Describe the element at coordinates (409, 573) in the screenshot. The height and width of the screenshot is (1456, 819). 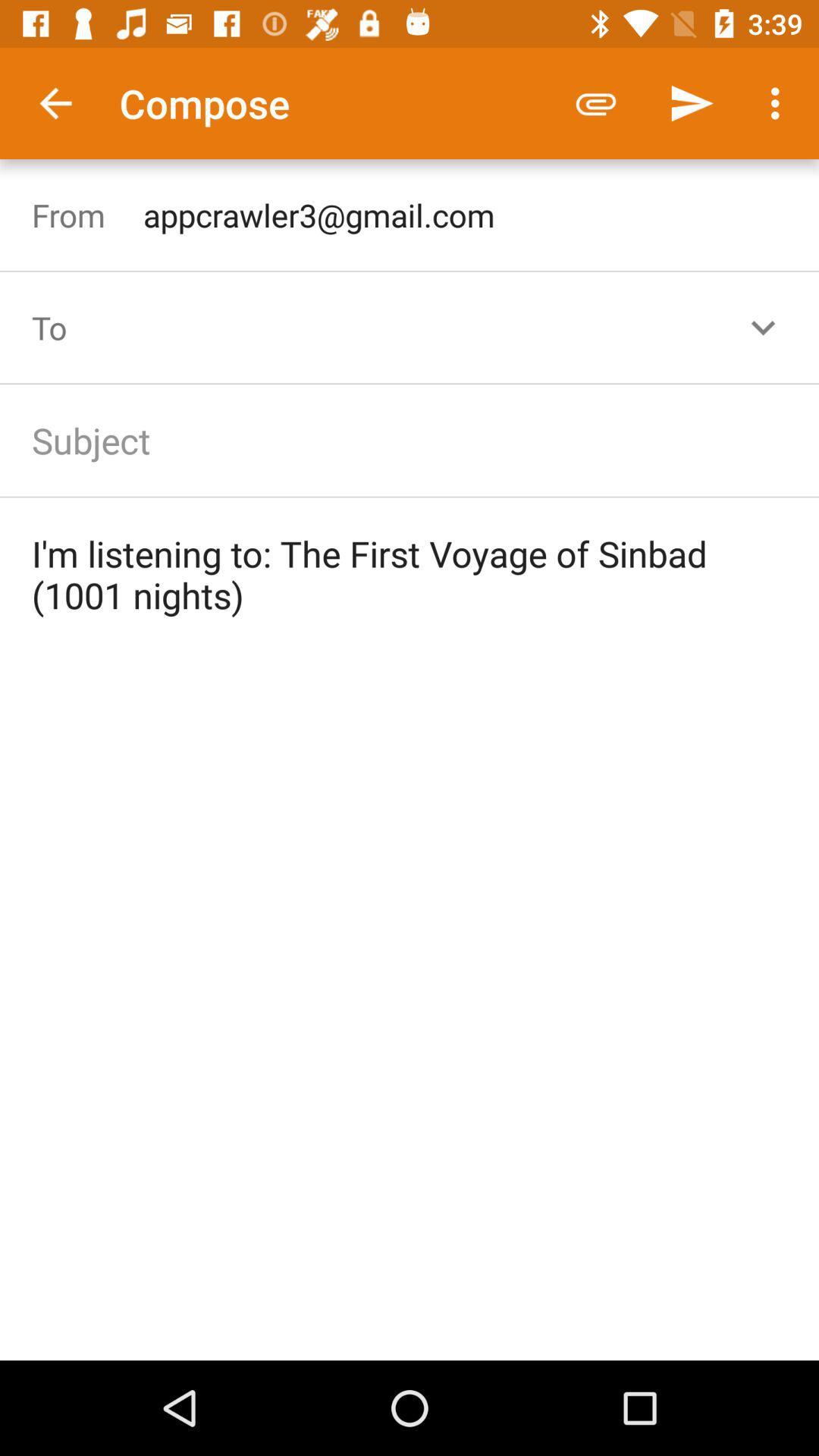
I see `the i m listening icon` at that location.